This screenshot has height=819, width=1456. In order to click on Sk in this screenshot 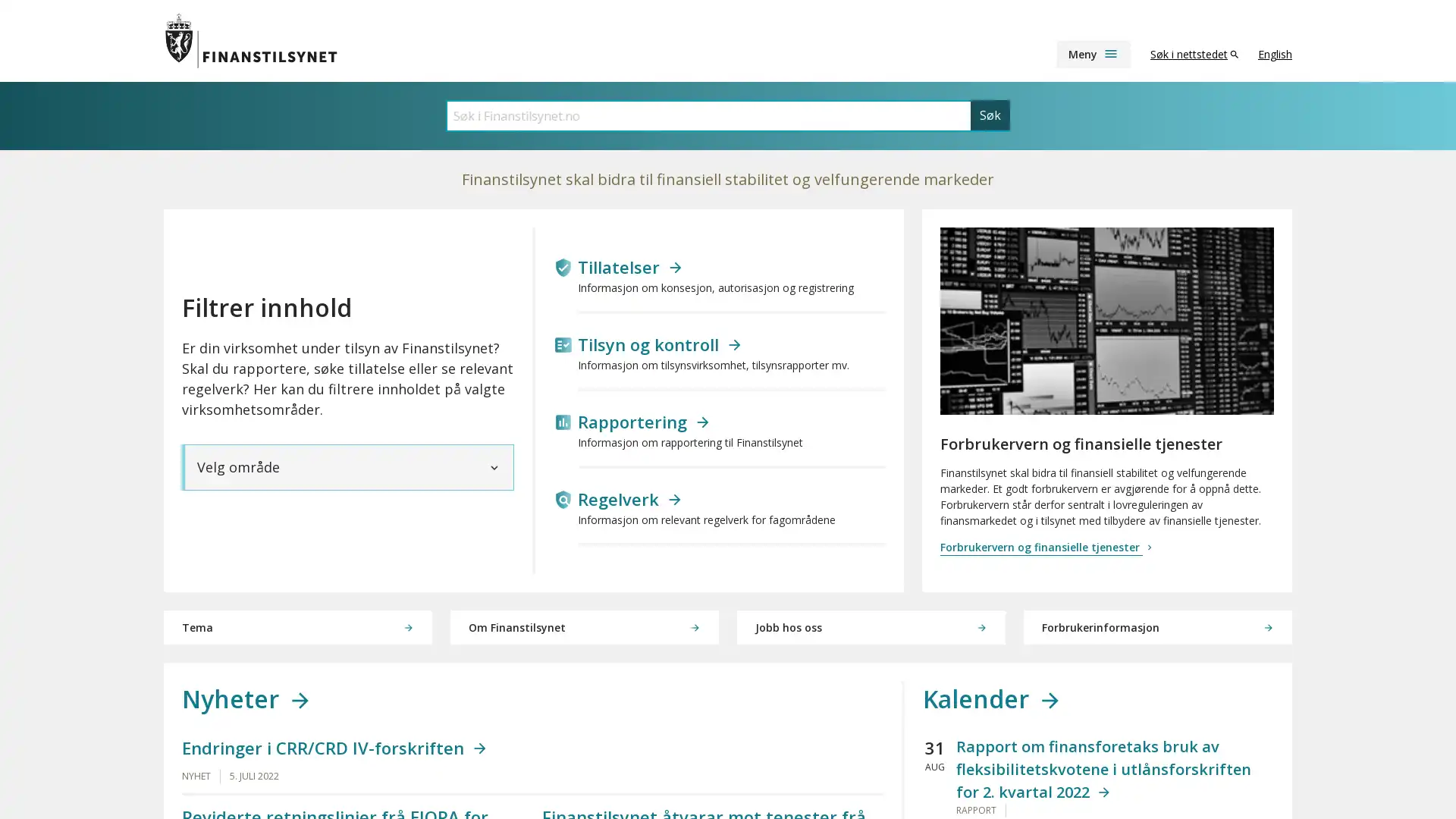, I will do `click(990, 113)`.